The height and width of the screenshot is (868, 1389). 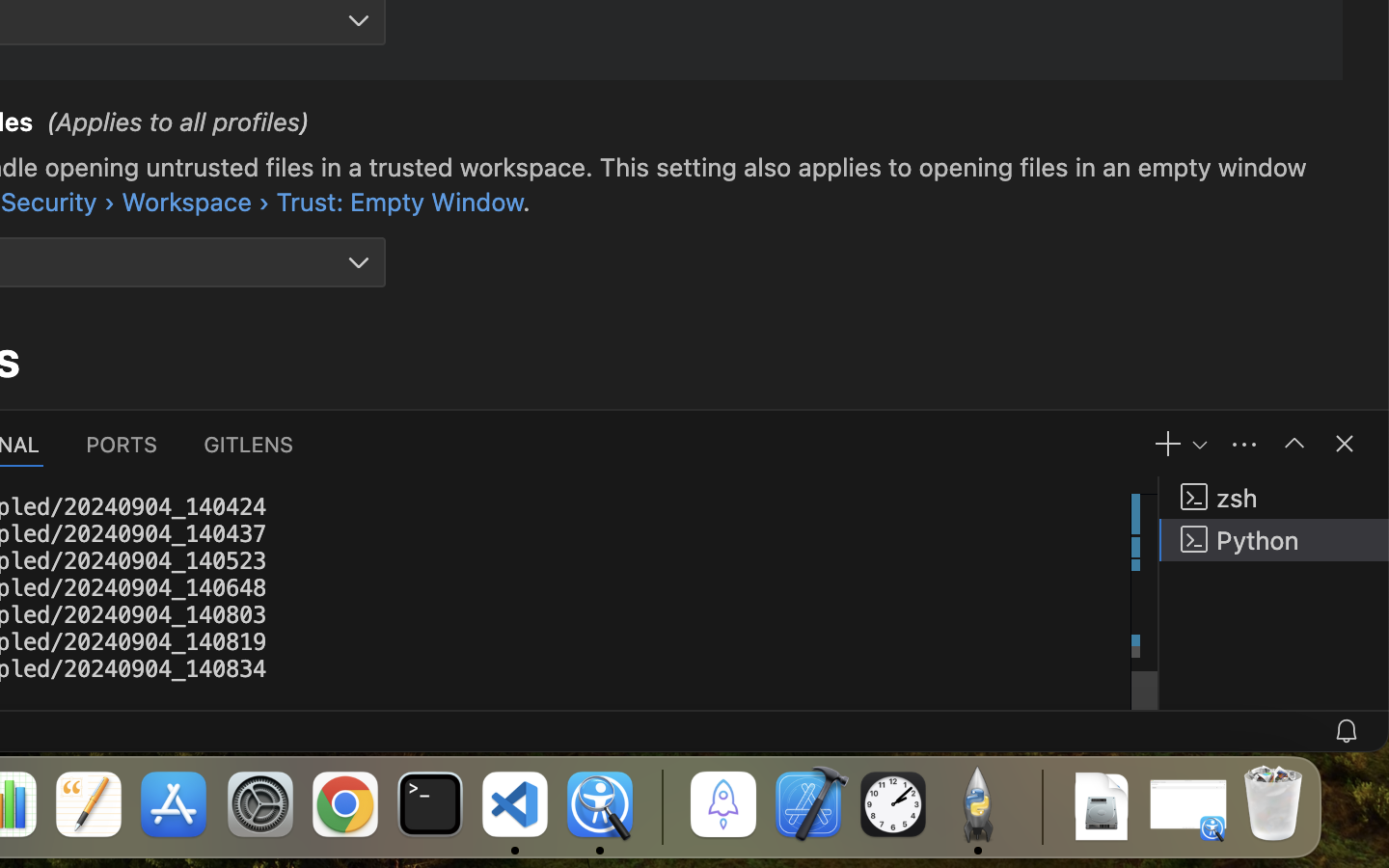 What do you see at coordinates (249, 442) in the screenshot?
I see `'0 GITLENS'` at bounding box center [249, 442].